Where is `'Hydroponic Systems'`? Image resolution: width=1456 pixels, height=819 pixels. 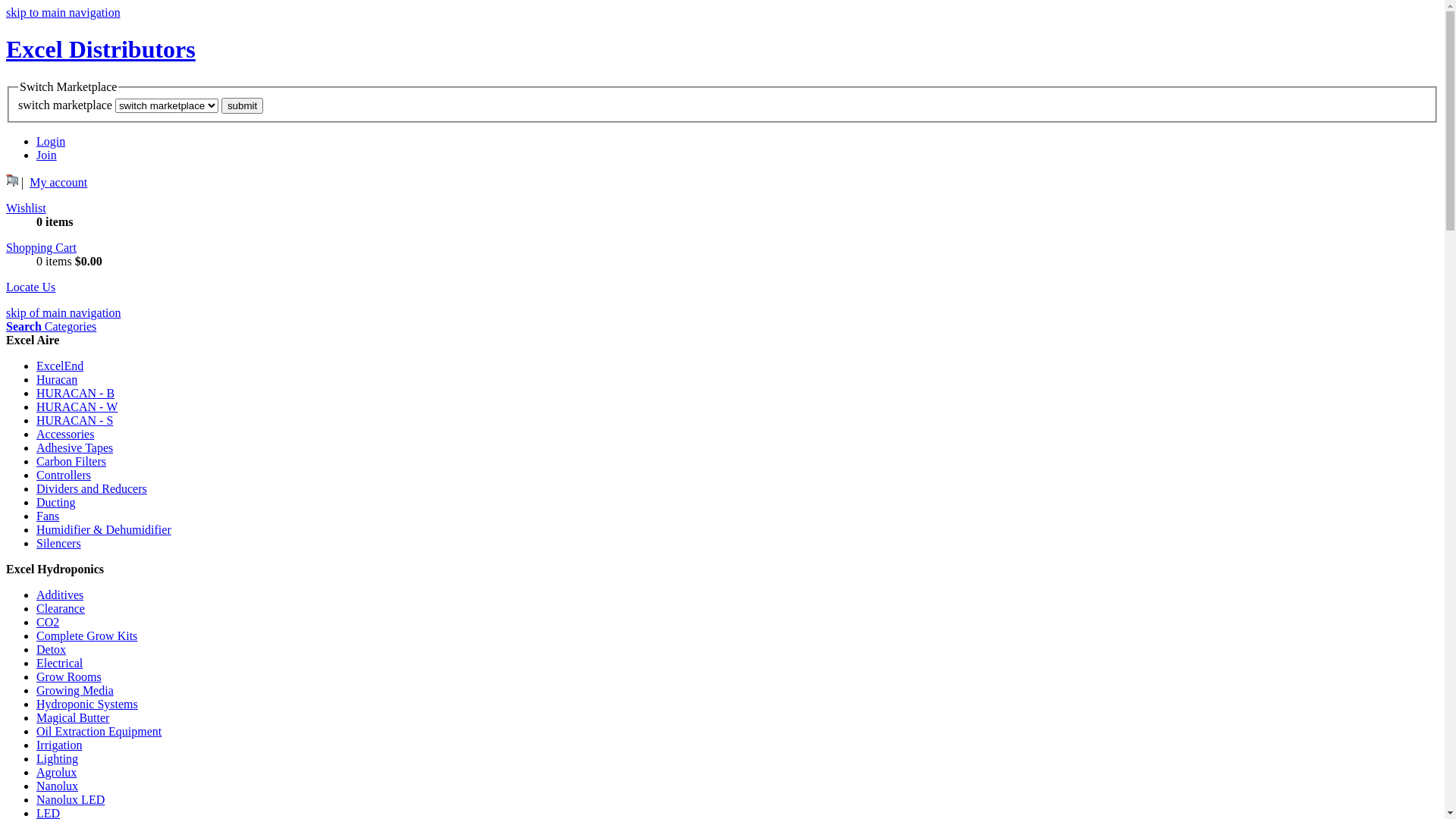
'Hydroponic Systems' is located at coordinates (86, 704).